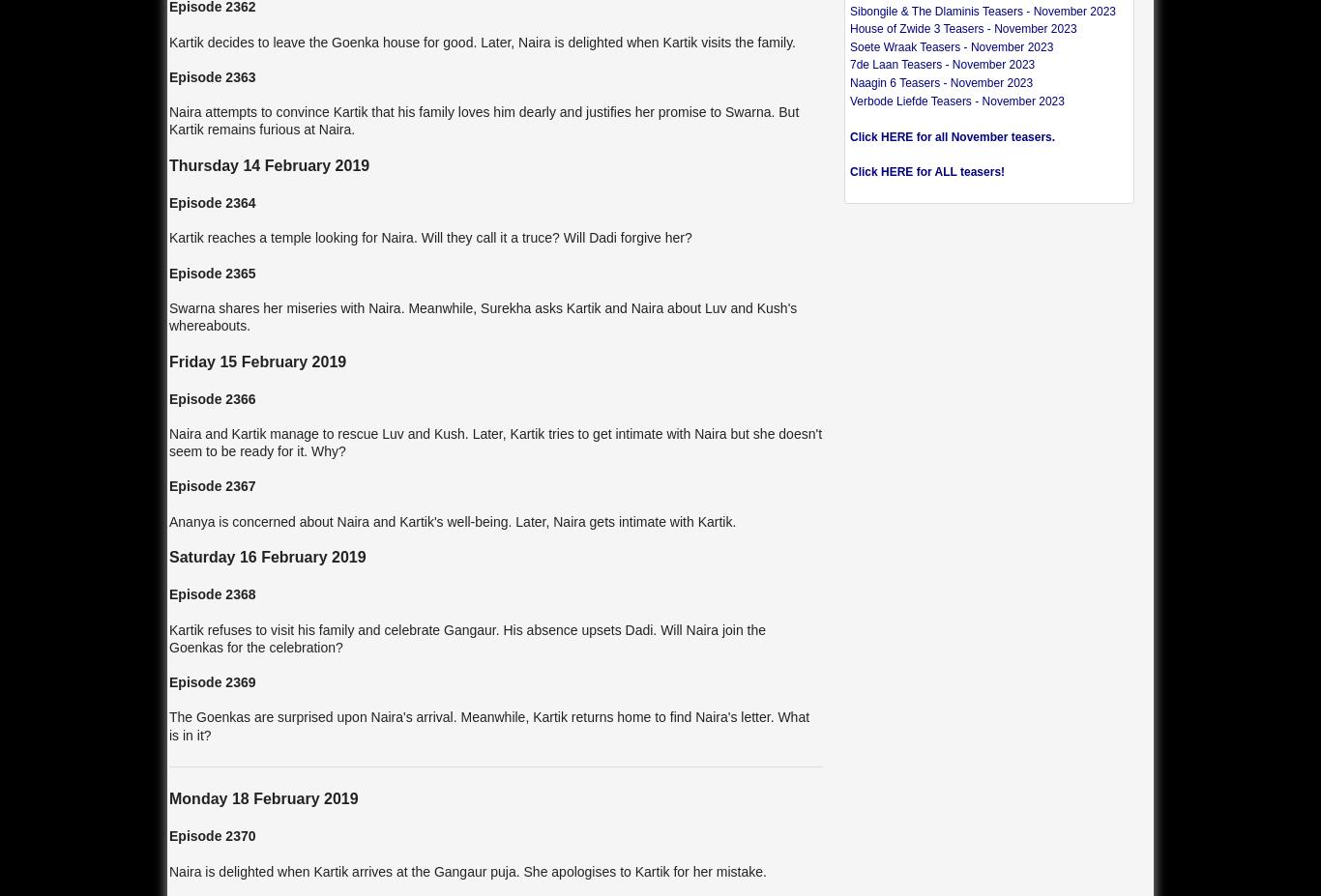 The height and width of the screenshot is (896, 1321). I want to click on 'Soete Wraak Teasers - November 2023', so click(952, 45).